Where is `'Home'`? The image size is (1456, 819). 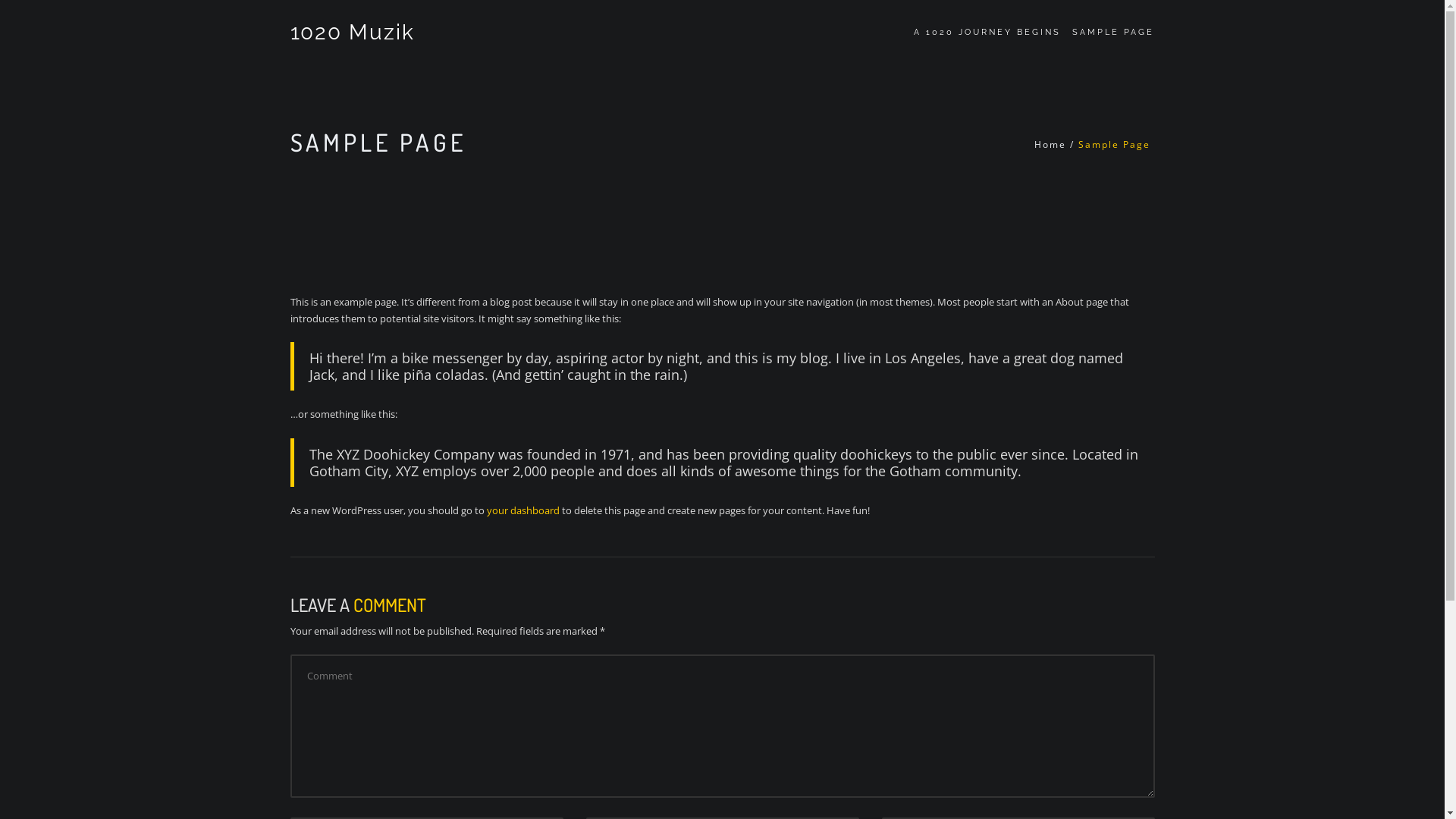 'Home' is located at coordinates (1050, 144).